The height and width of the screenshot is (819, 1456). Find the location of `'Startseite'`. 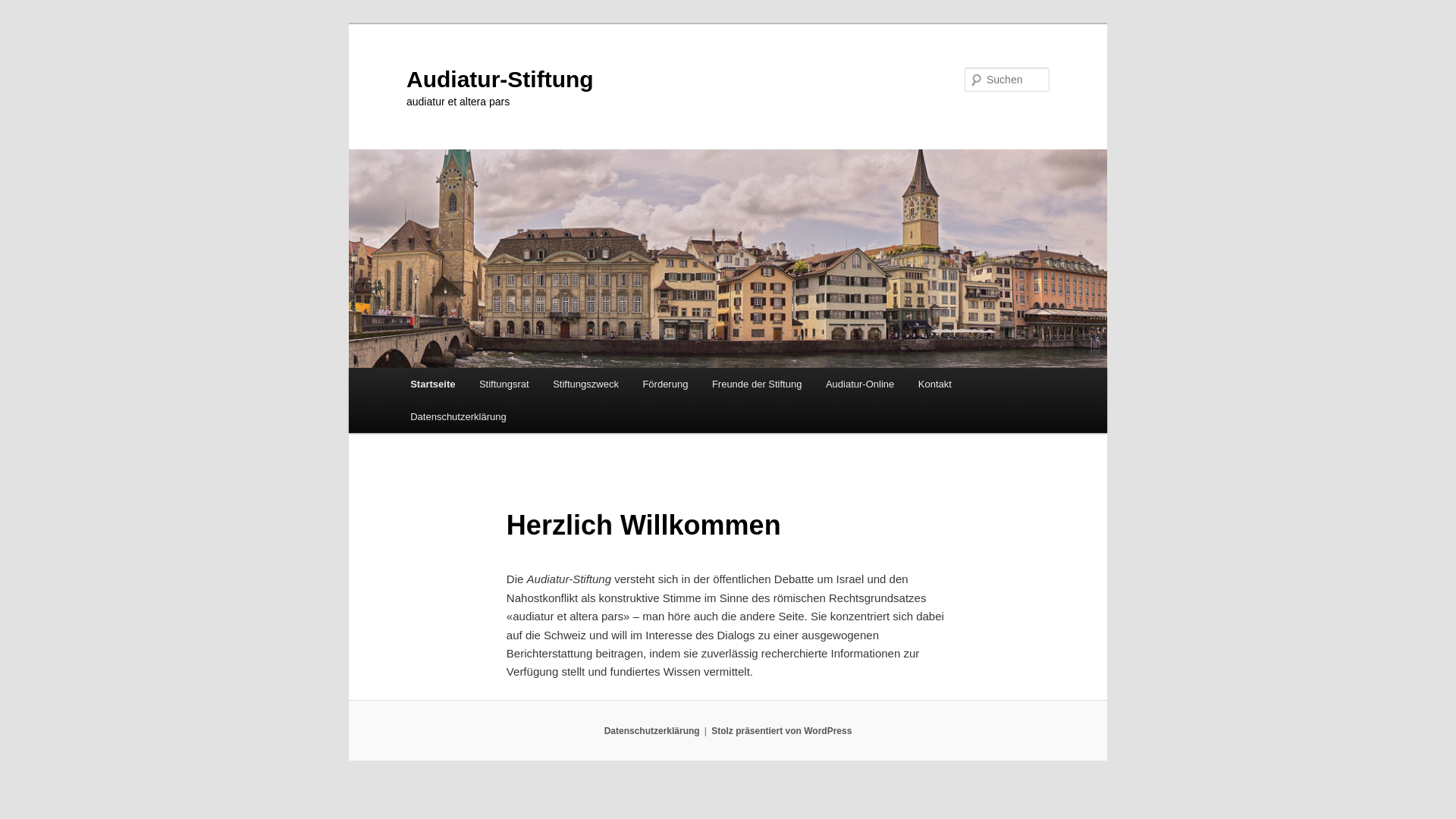

'Startseite' is located at coordinates (431, 383).